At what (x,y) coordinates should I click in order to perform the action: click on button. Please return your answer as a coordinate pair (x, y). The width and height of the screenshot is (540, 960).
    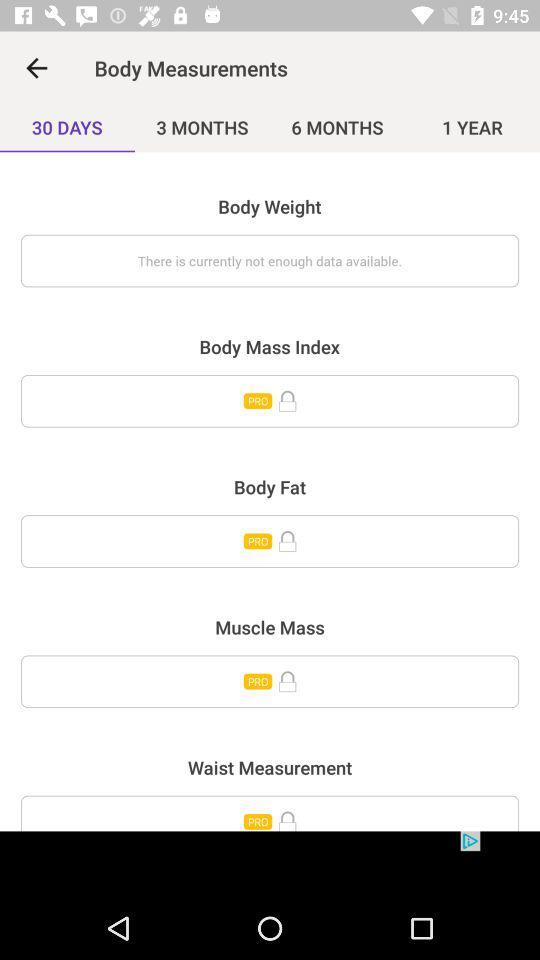
    Looking at the image, I should click on (270, 681).